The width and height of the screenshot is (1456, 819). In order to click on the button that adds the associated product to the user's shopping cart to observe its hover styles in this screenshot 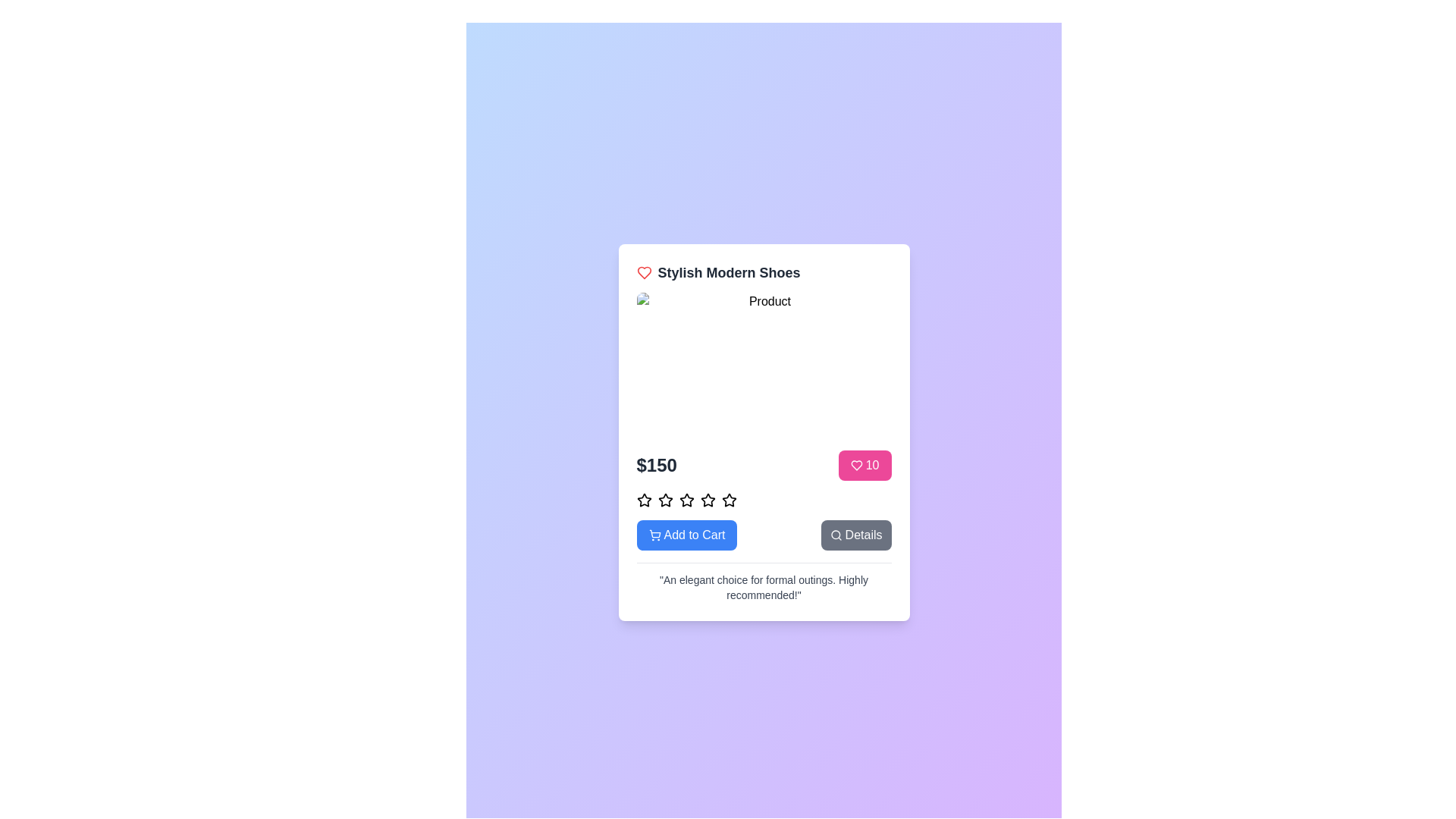, I will do `click(686, 534)`.